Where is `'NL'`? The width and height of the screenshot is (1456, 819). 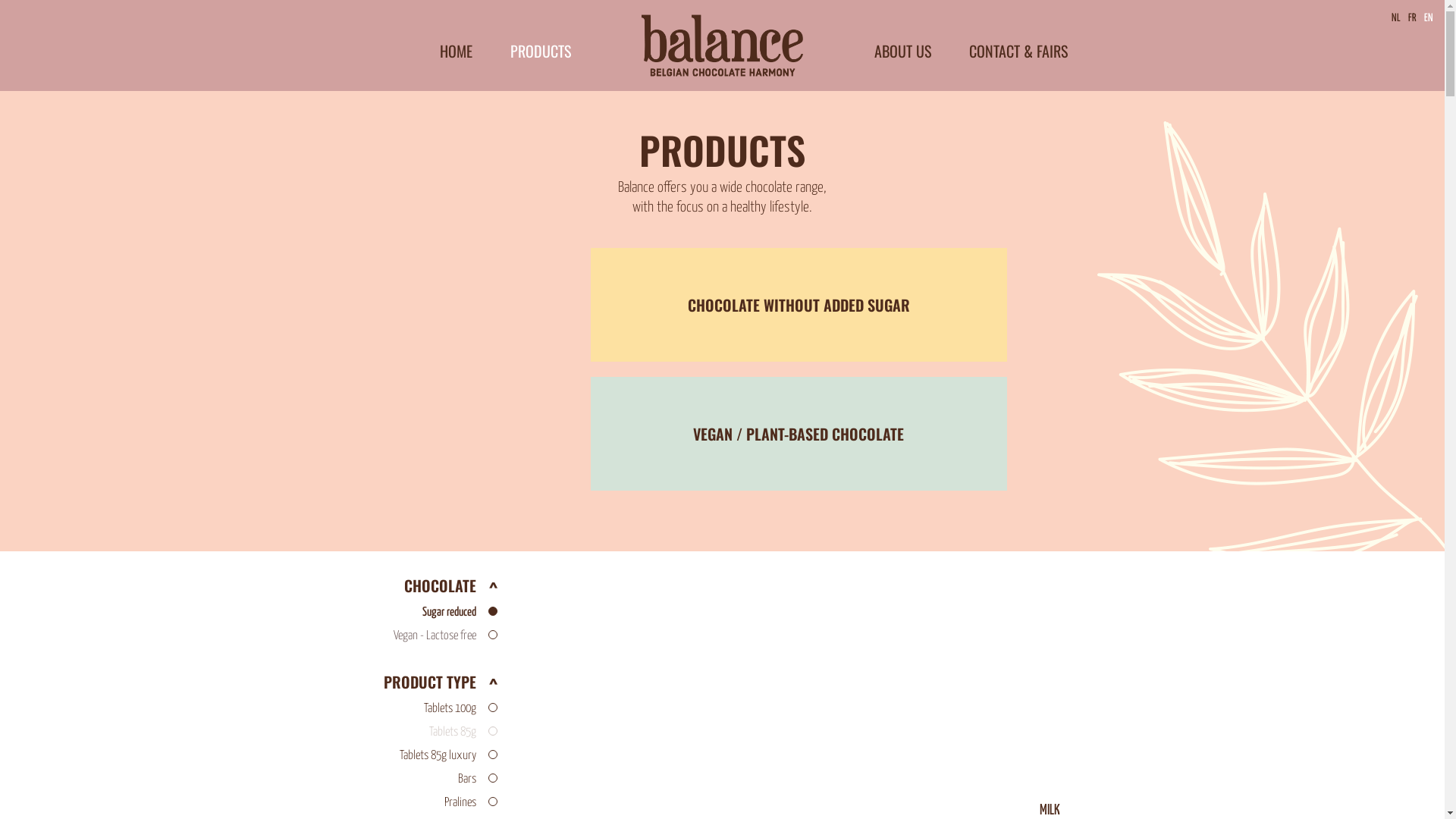 'NL' is located at coordinates (1387, 17).